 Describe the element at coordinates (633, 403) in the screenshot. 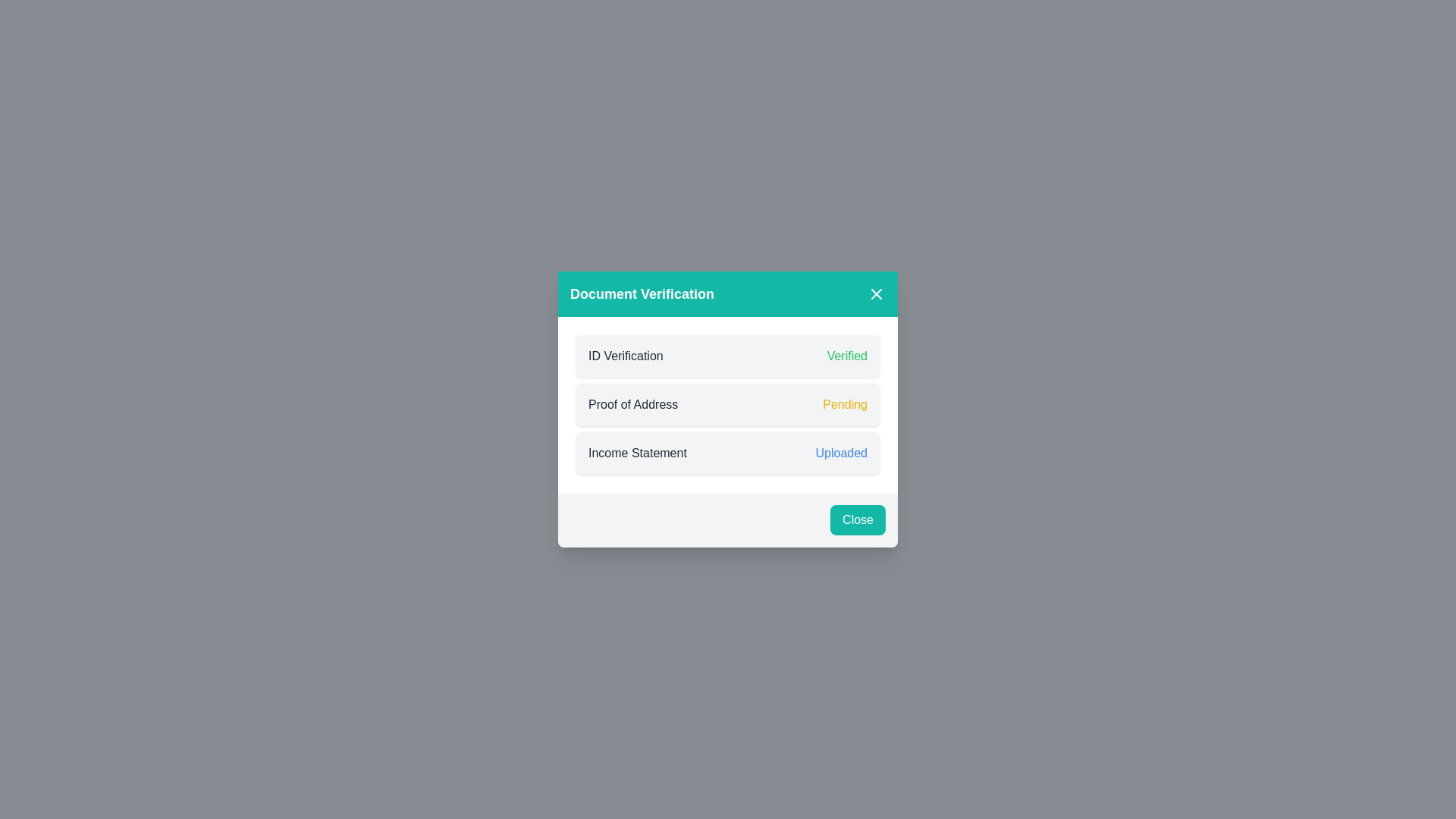

I see `static text label indicating 'Proof of Address' located in the second row of the 'Document Verification' modal window, next to the 'Pending' status label` at that location.